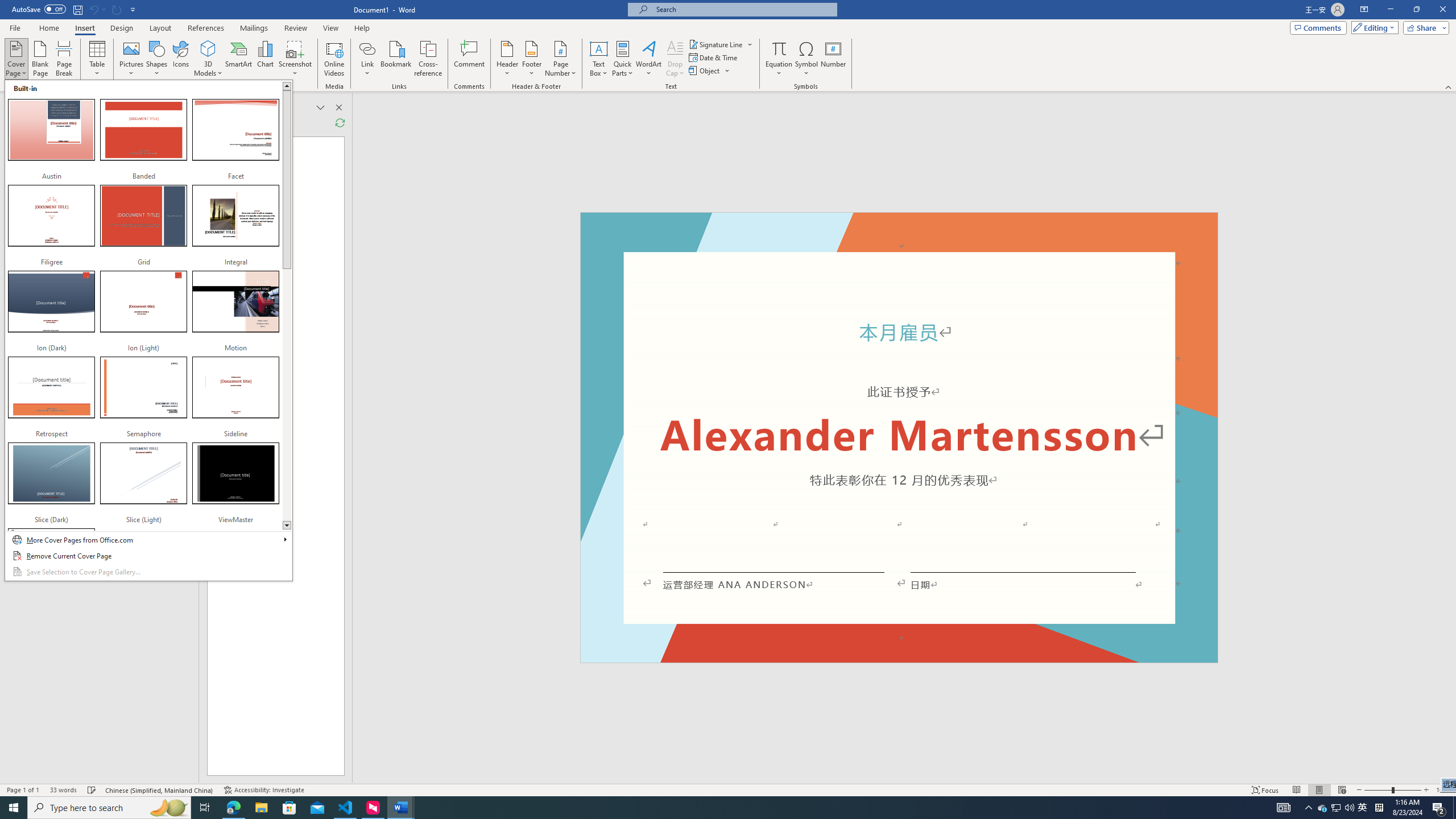  What do you see at coordinates (742, 9) in the screenshot?
I see `'Microsoft search'` at bounding box center [742, 9].